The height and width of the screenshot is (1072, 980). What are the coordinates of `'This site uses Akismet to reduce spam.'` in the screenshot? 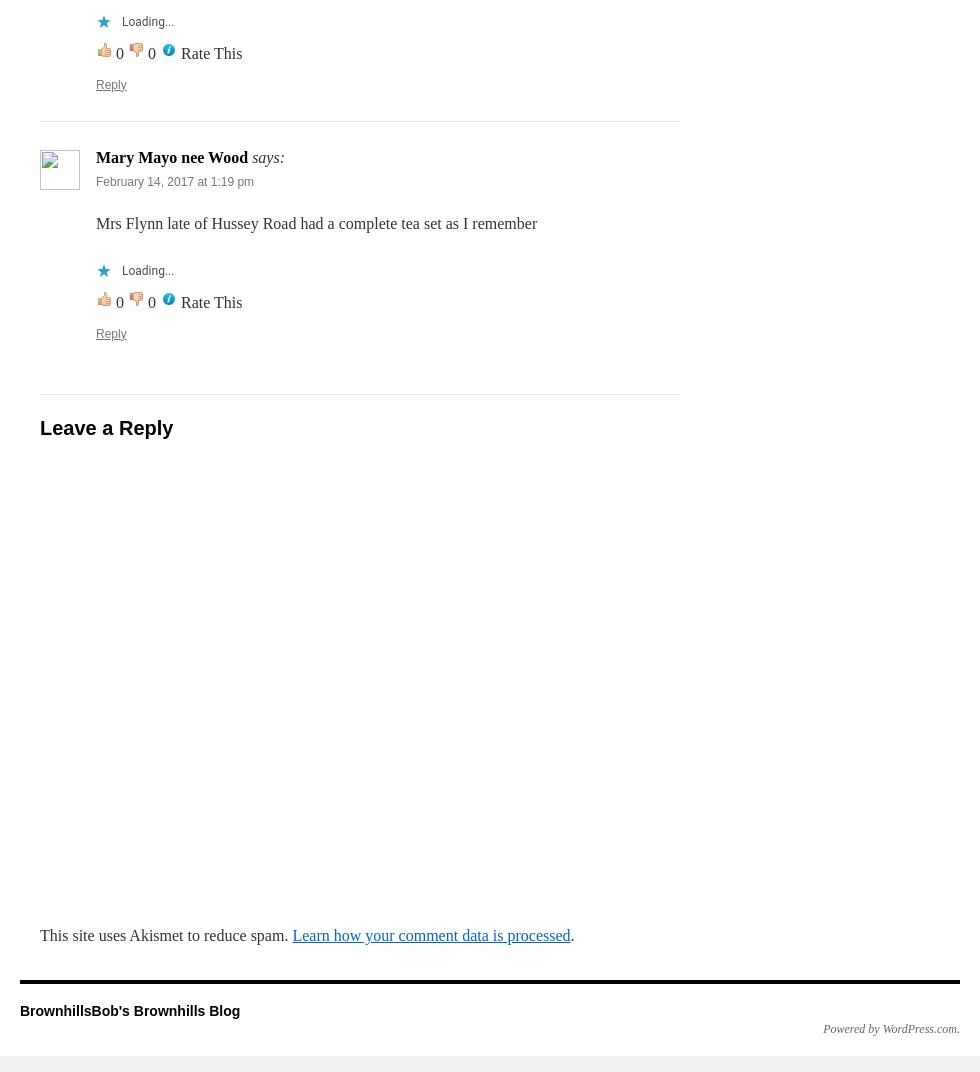 It's located at (166, 934).